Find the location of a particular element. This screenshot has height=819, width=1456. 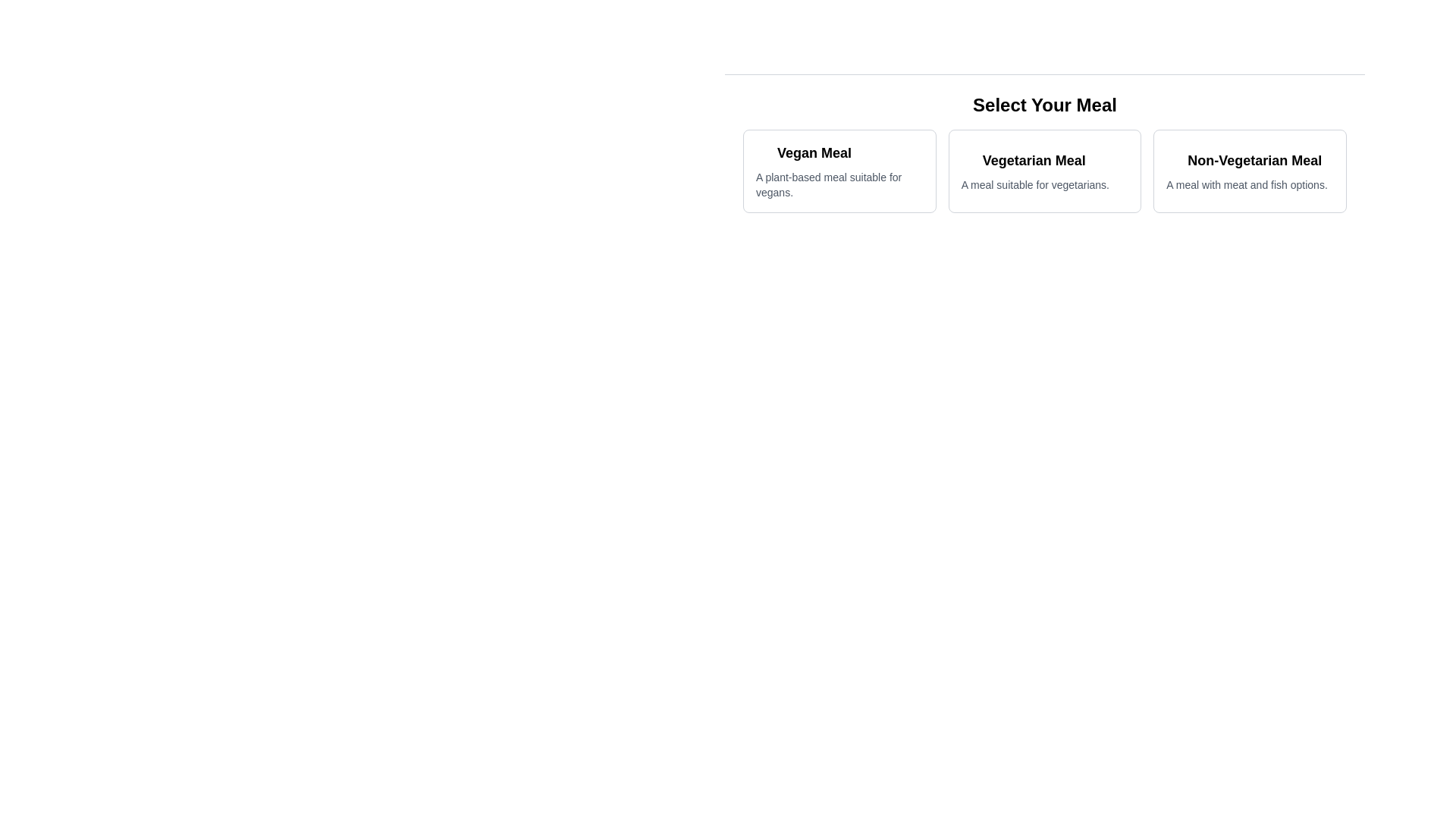

bold text label 'Non-Vegetarian Meal' located within the selection card, positioned at the rightmost end under the header 'Select Your Meal' is located at coordinates (1254, 161).